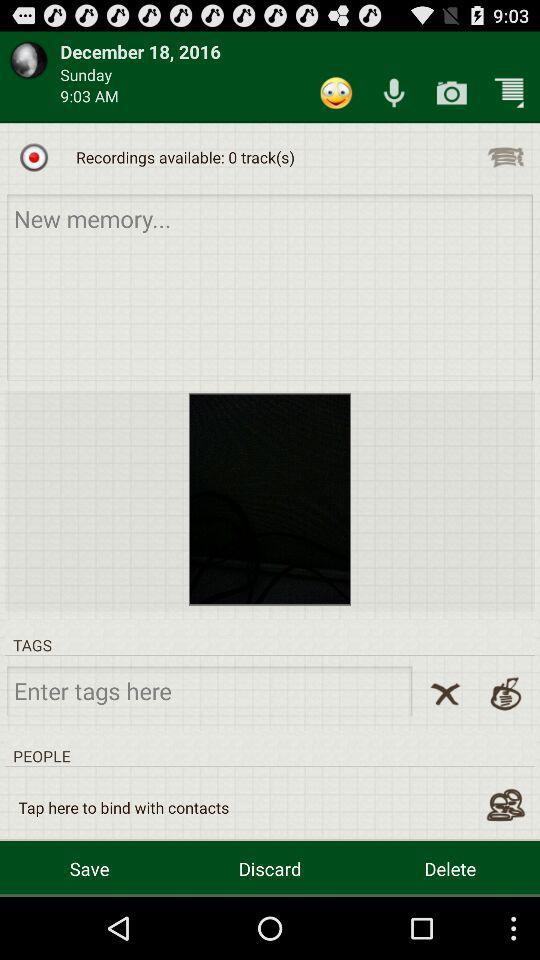 The image size is (540, 960). Describe the element at coordinates (451, 93) in the screenshot. I see `the camera icon on the web page` at that location.